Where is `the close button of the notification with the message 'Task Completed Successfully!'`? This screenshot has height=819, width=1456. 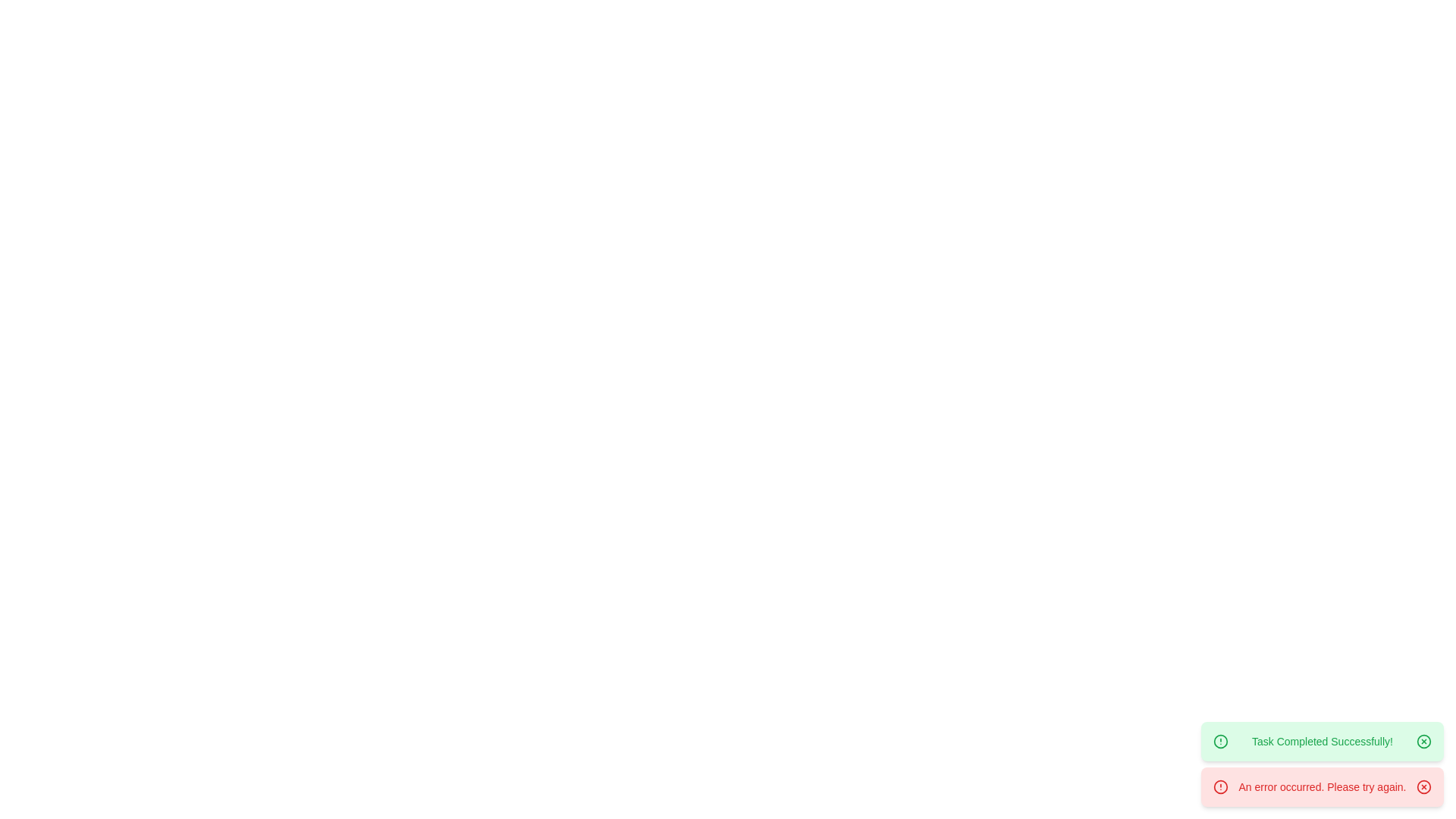 the close button of the notification with the message 'Task Completed Successfully!' is located at coordinates (1423, 741).